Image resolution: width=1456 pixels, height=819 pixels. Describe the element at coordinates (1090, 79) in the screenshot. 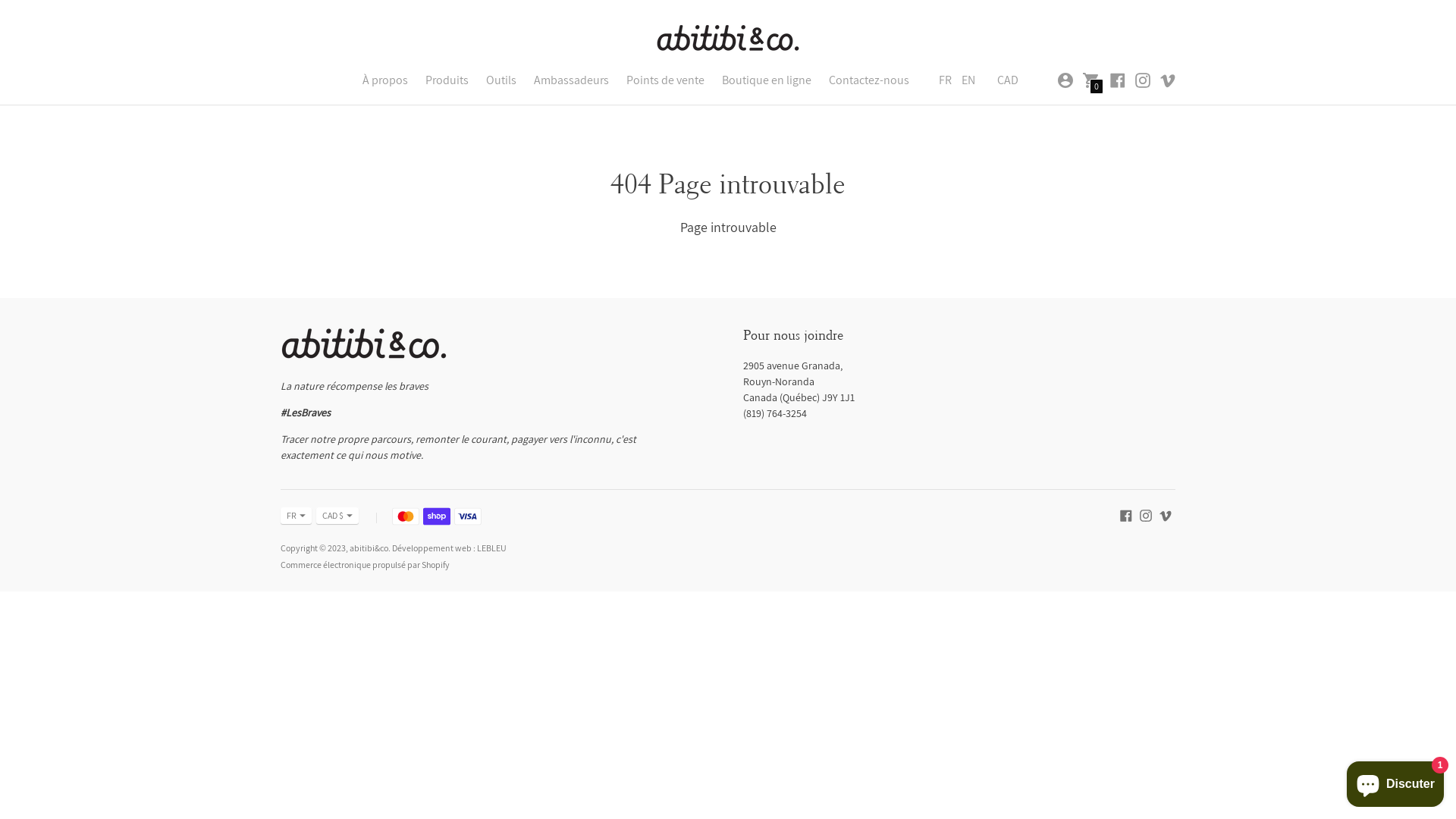

I see `'0'` at that location.